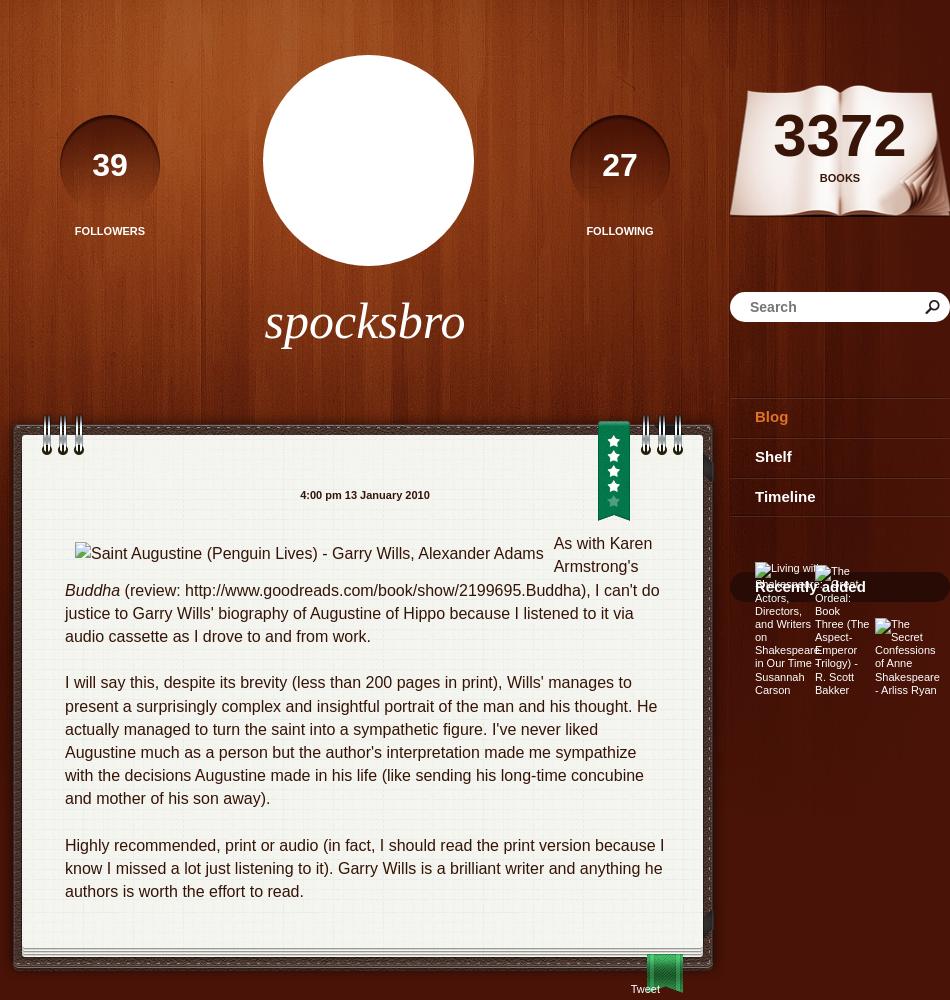 This screenshot has width=950, height=1000. I want to click on '(review: http://www.goodreads.com/book/show/2199695.Buddha), I can't do justice to Garry Wills' biography of Augustine of Hippo because I listened to it via audio cassette as I drove to and from work.', so click(361, 611).